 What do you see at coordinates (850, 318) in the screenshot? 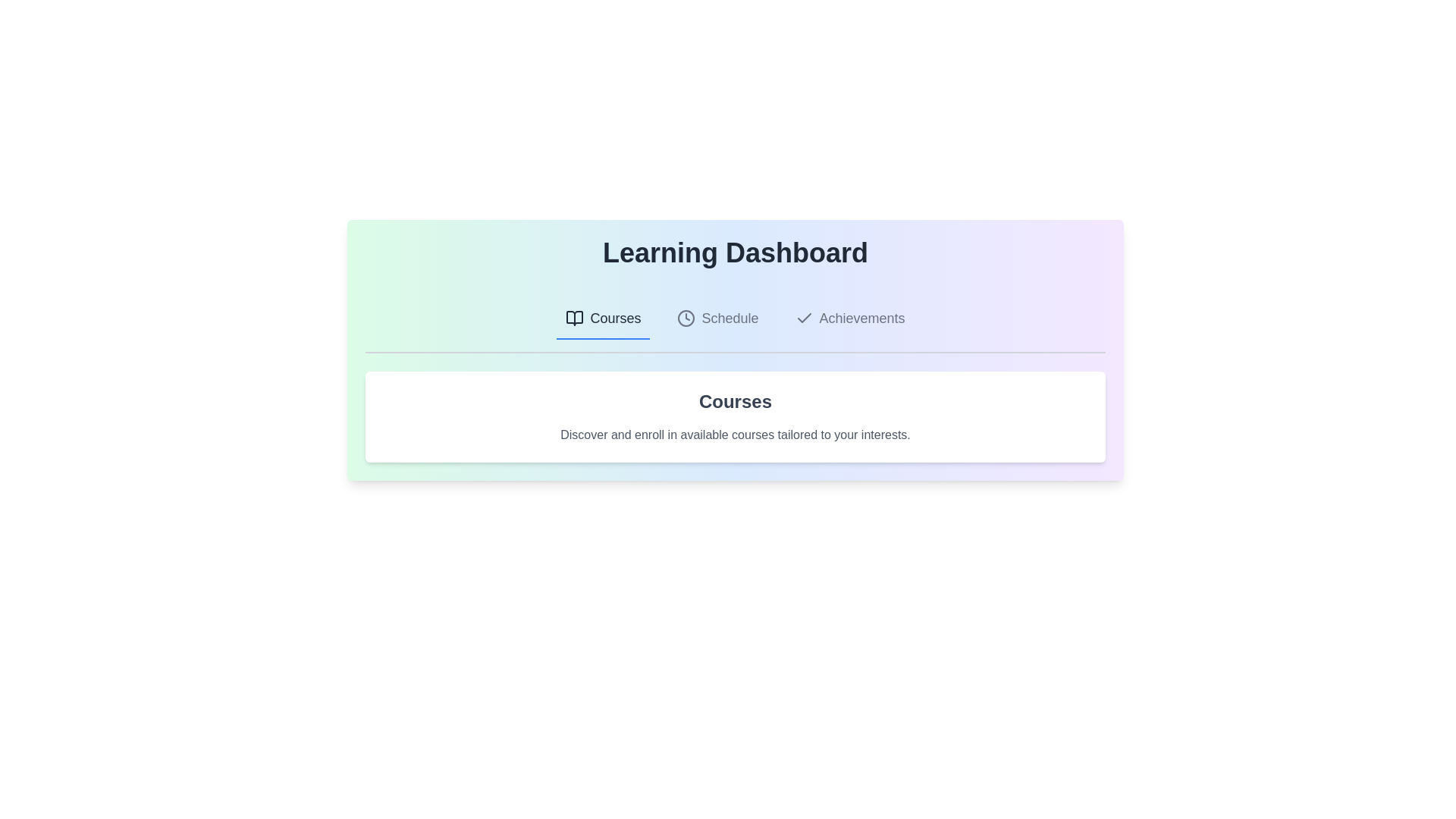
I see `the Achievements tab by clicking on its label or icon` at bounding box center [850, 318].